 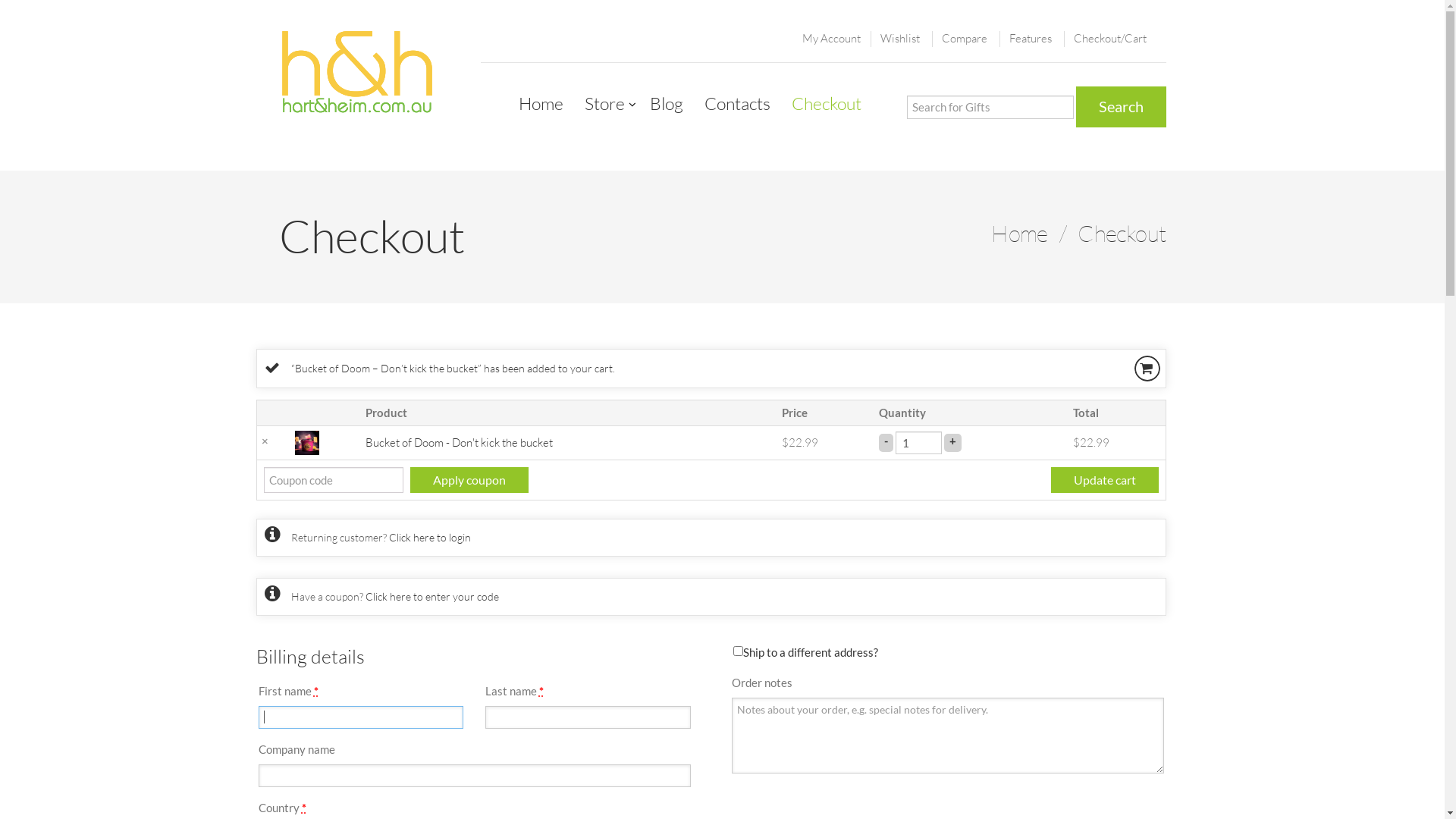 What do you see at coordinates (886, 441) in the screenshot?
I see `'-'` at bounding box center [886, 441].